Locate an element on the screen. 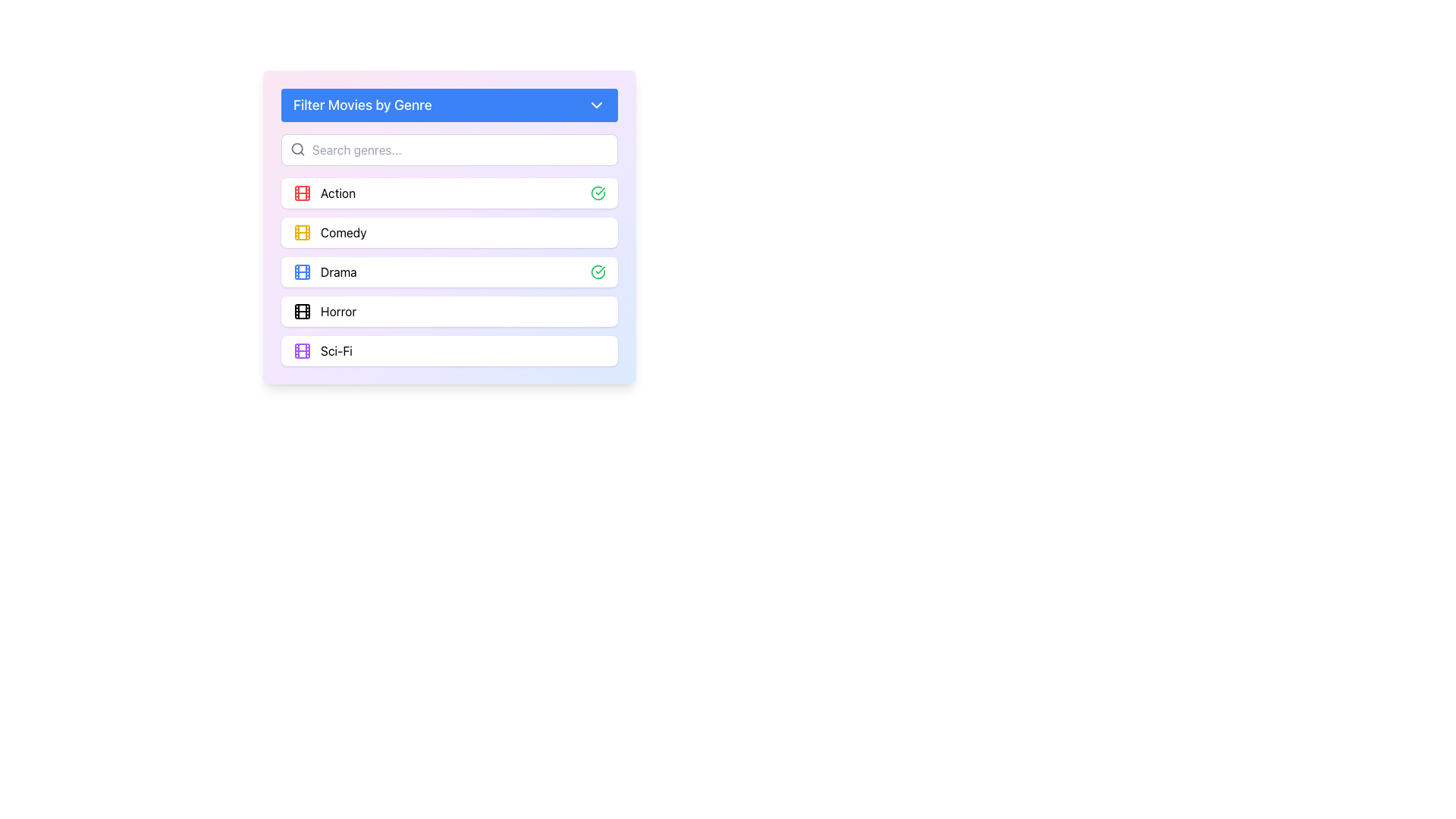  the filmstrip icon with a purple border located to the left of the 'Sci-Fi' text is located at coordinates (302, 350).